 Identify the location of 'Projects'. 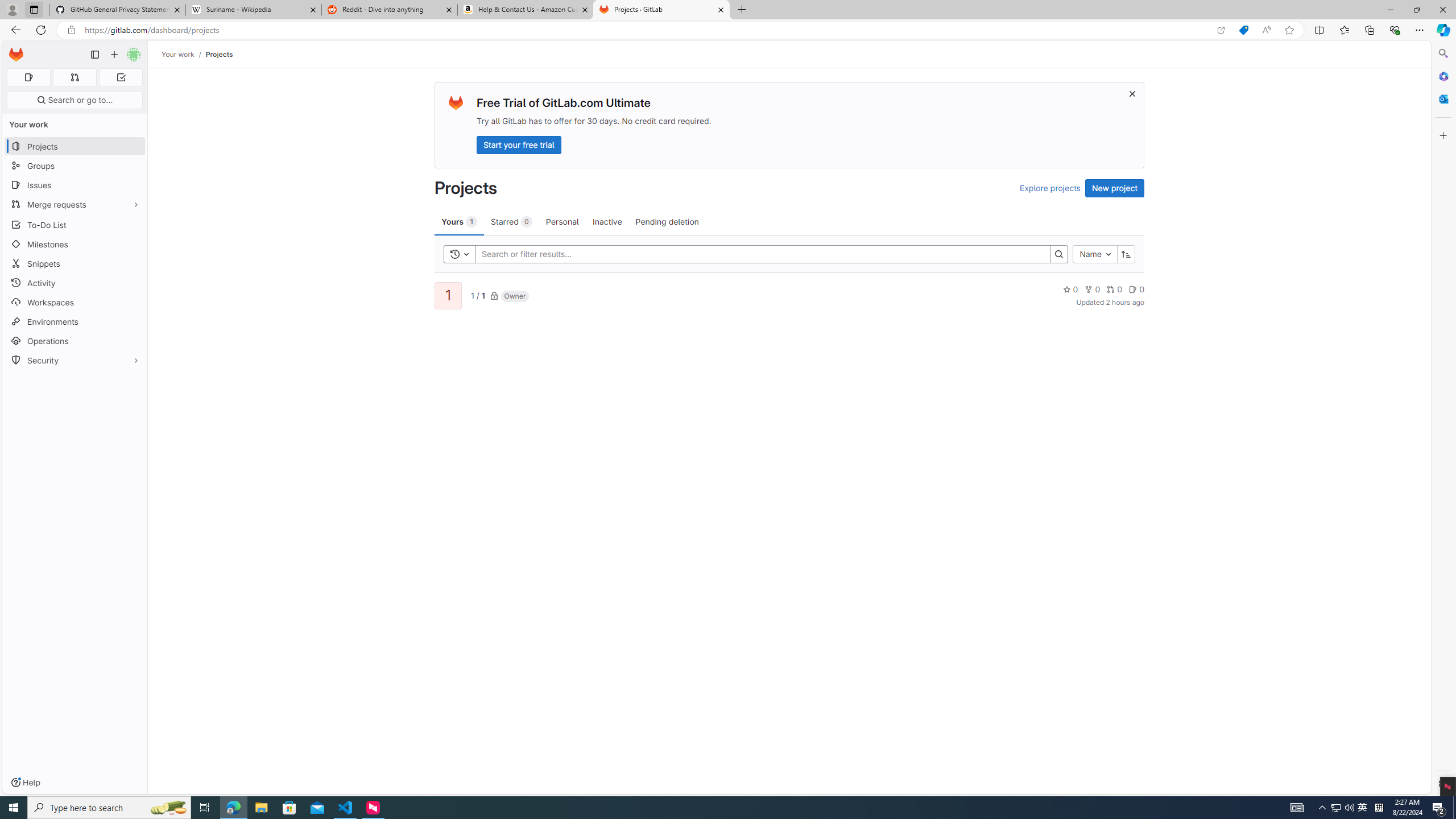
(218, 54).